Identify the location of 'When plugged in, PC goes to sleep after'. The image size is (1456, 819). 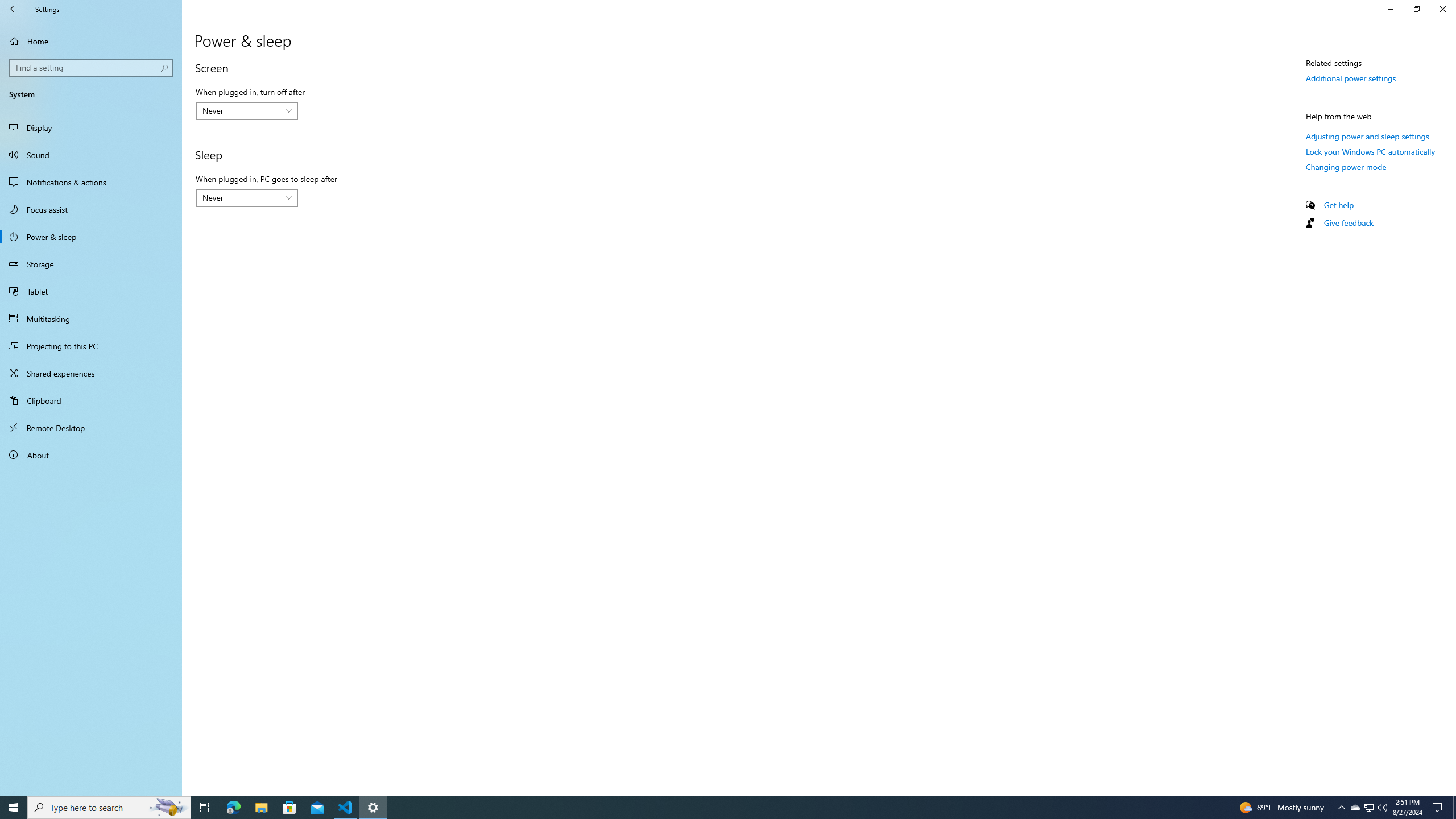
(246, 198).